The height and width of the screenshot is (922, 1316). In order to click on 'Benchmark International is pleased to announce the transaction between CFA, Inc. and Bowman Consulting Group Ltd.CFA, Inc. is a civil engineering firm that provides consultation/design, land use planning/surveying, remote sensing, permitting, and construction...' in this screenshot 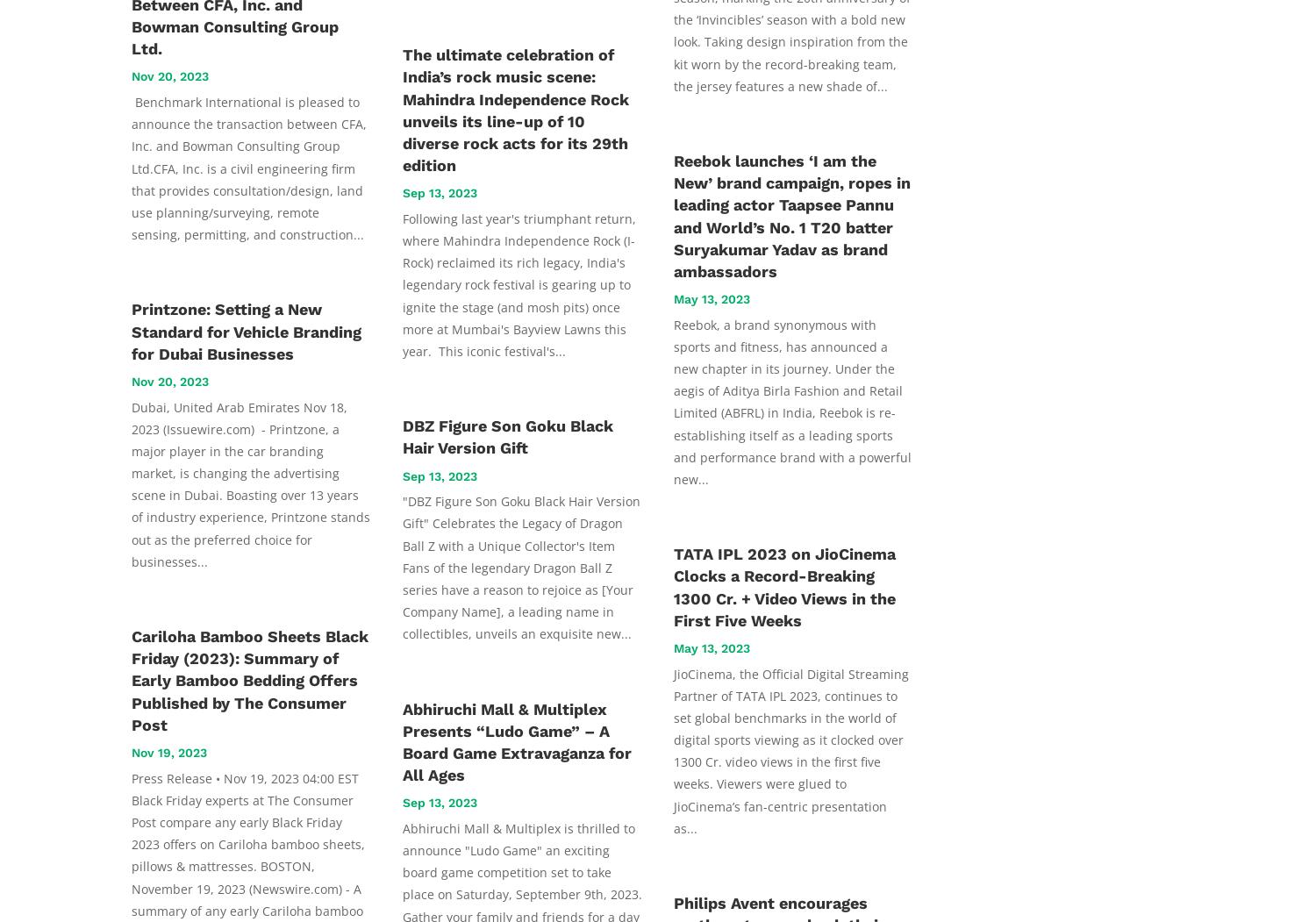, I will do `click(248, 168)`.